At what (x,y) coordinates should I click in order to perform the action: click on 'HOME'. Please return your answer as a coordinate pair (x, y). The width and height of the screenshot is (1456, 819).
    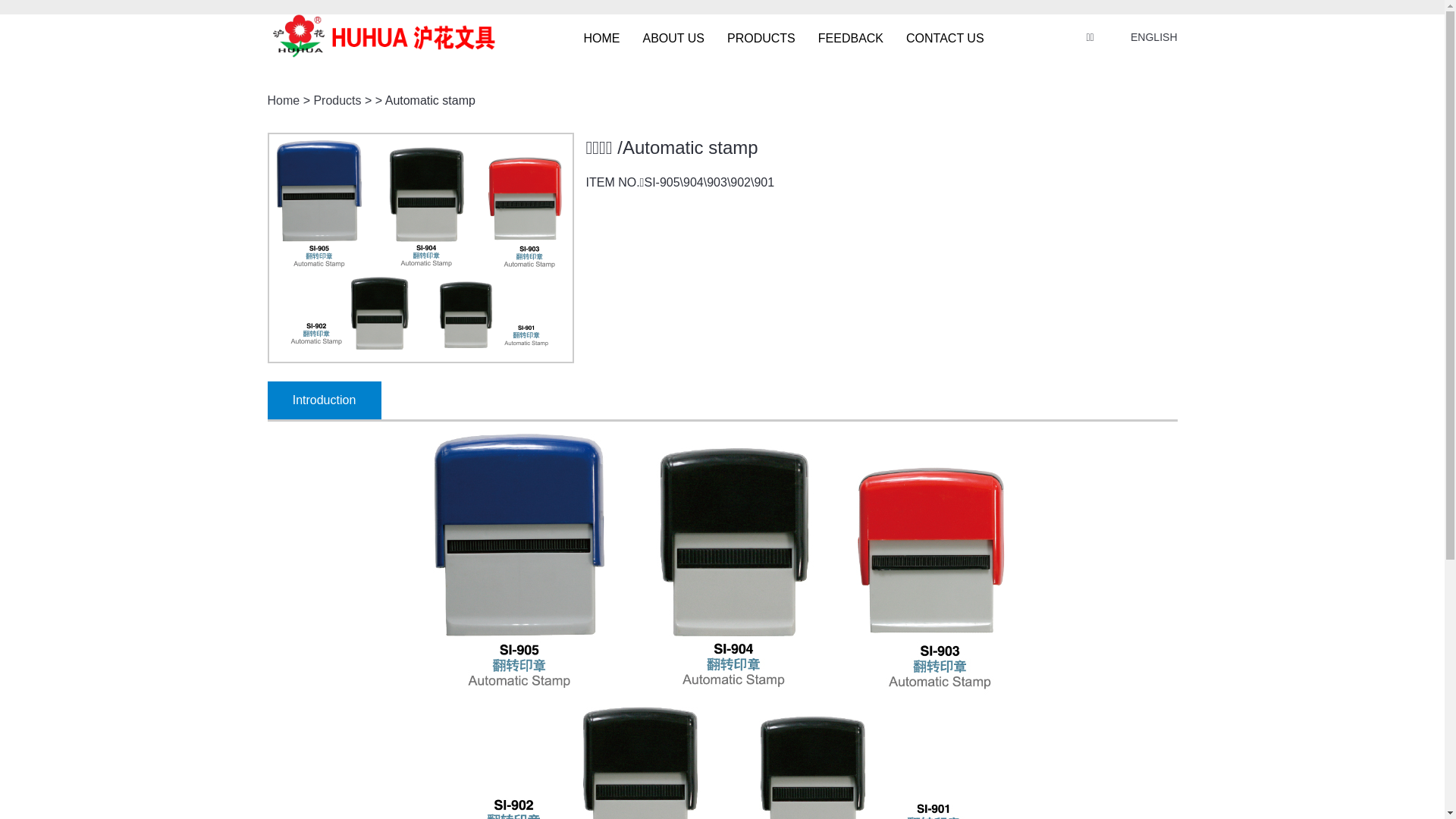
    Looking at the image, I should click on (601, 37).